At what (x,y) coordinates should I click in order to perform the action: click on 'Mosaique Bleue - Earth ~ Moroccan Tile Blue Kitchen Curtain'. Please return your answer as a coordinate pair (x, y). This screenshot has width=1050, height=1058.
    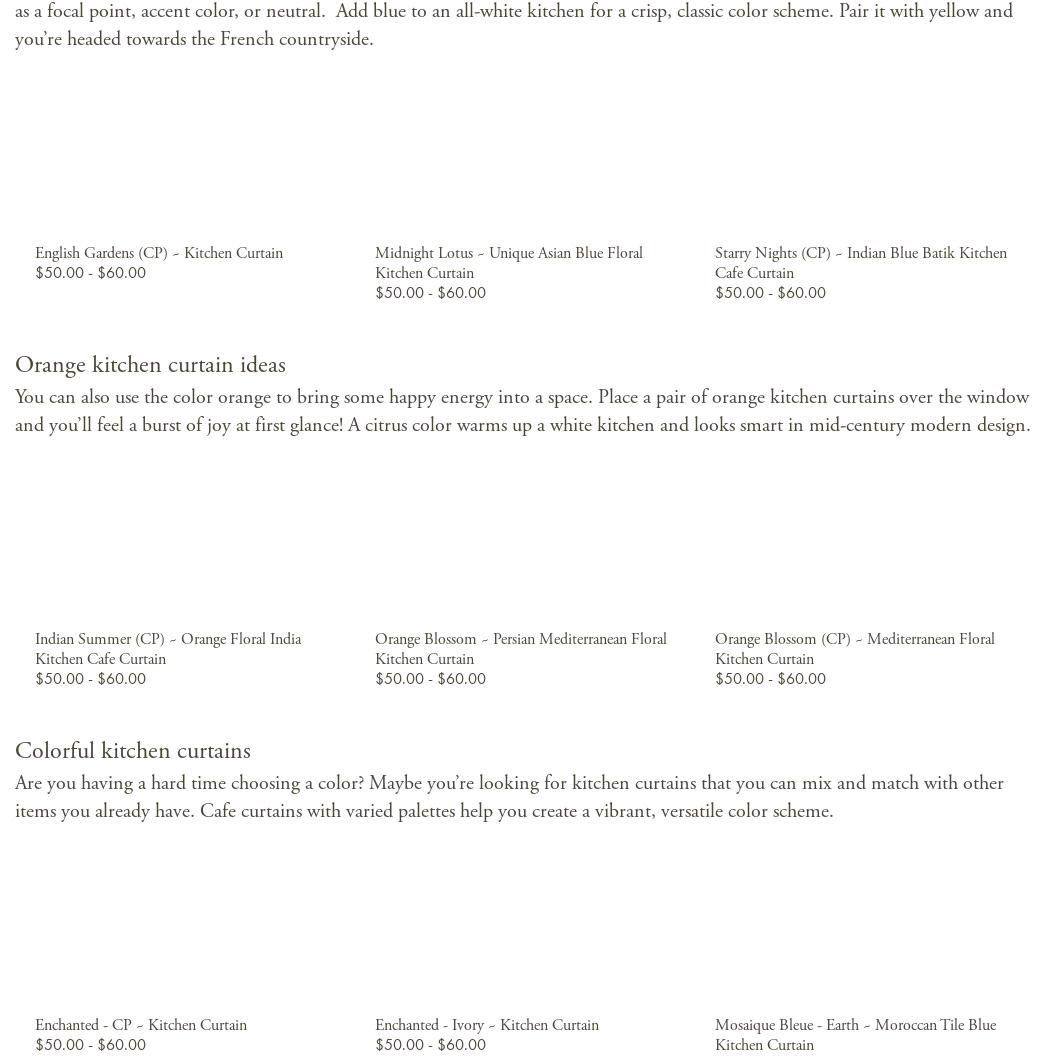
    Looking at the image, I should click on (713, 1033).